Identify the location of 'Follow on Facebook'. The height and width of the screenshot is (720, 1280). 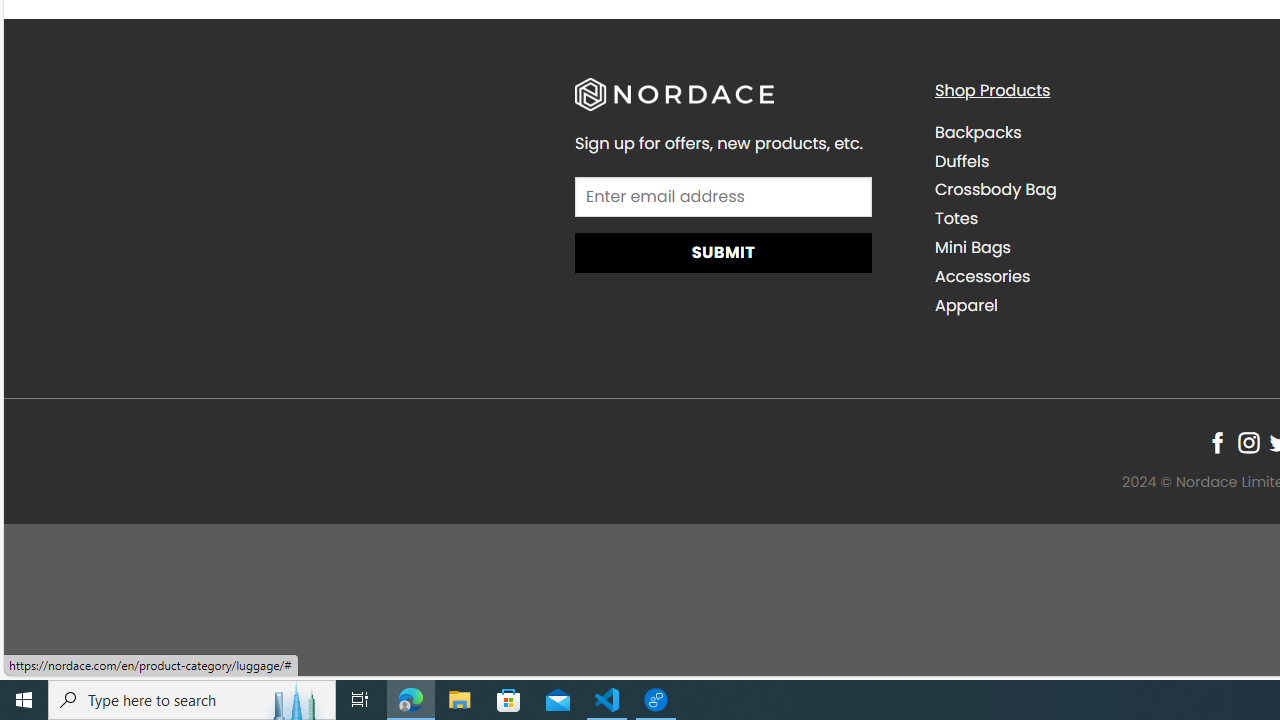
(1216, 441).